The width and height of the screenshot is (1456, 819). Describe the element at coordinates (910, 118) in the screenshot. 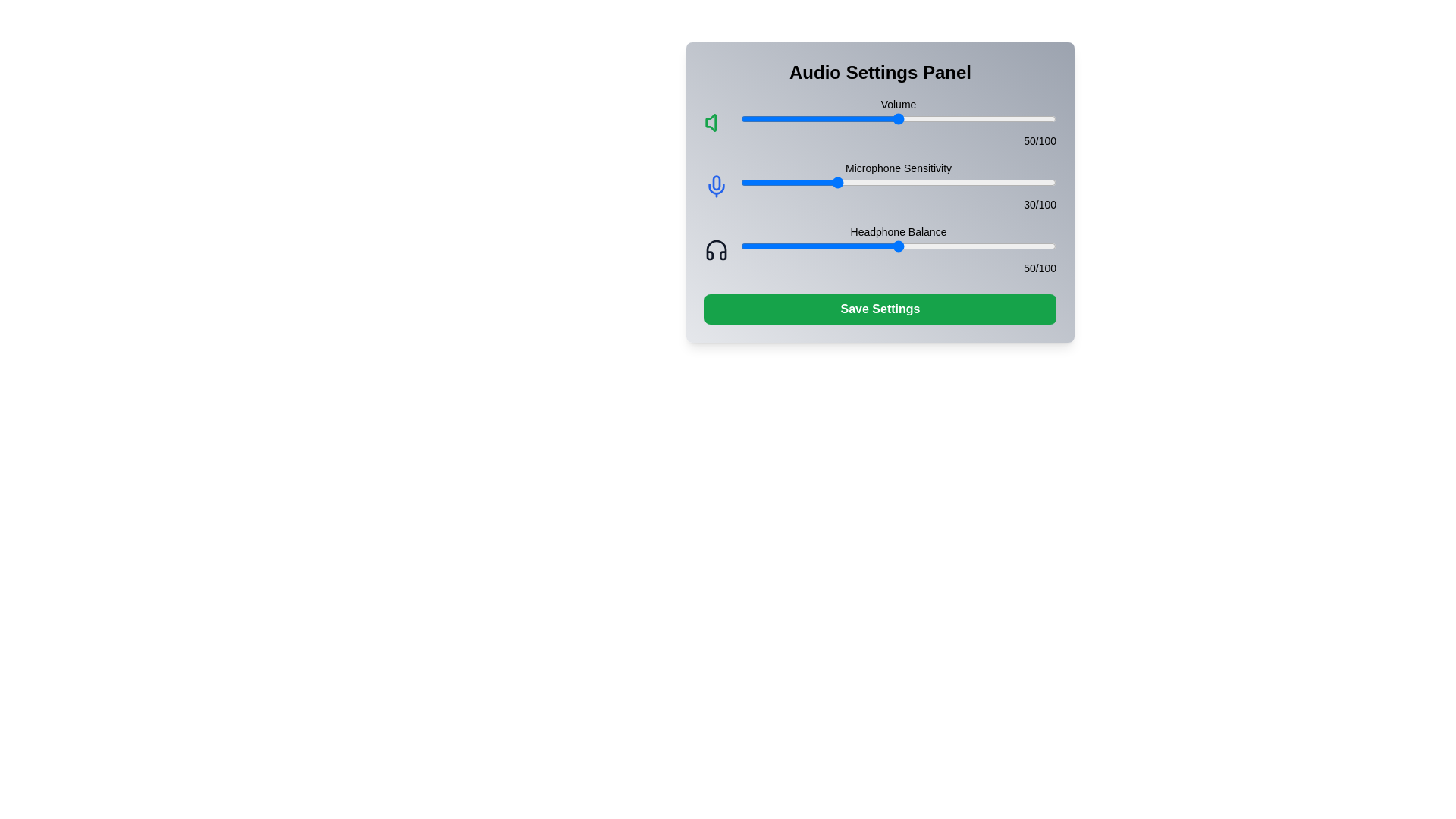

I see `volume` at that location.